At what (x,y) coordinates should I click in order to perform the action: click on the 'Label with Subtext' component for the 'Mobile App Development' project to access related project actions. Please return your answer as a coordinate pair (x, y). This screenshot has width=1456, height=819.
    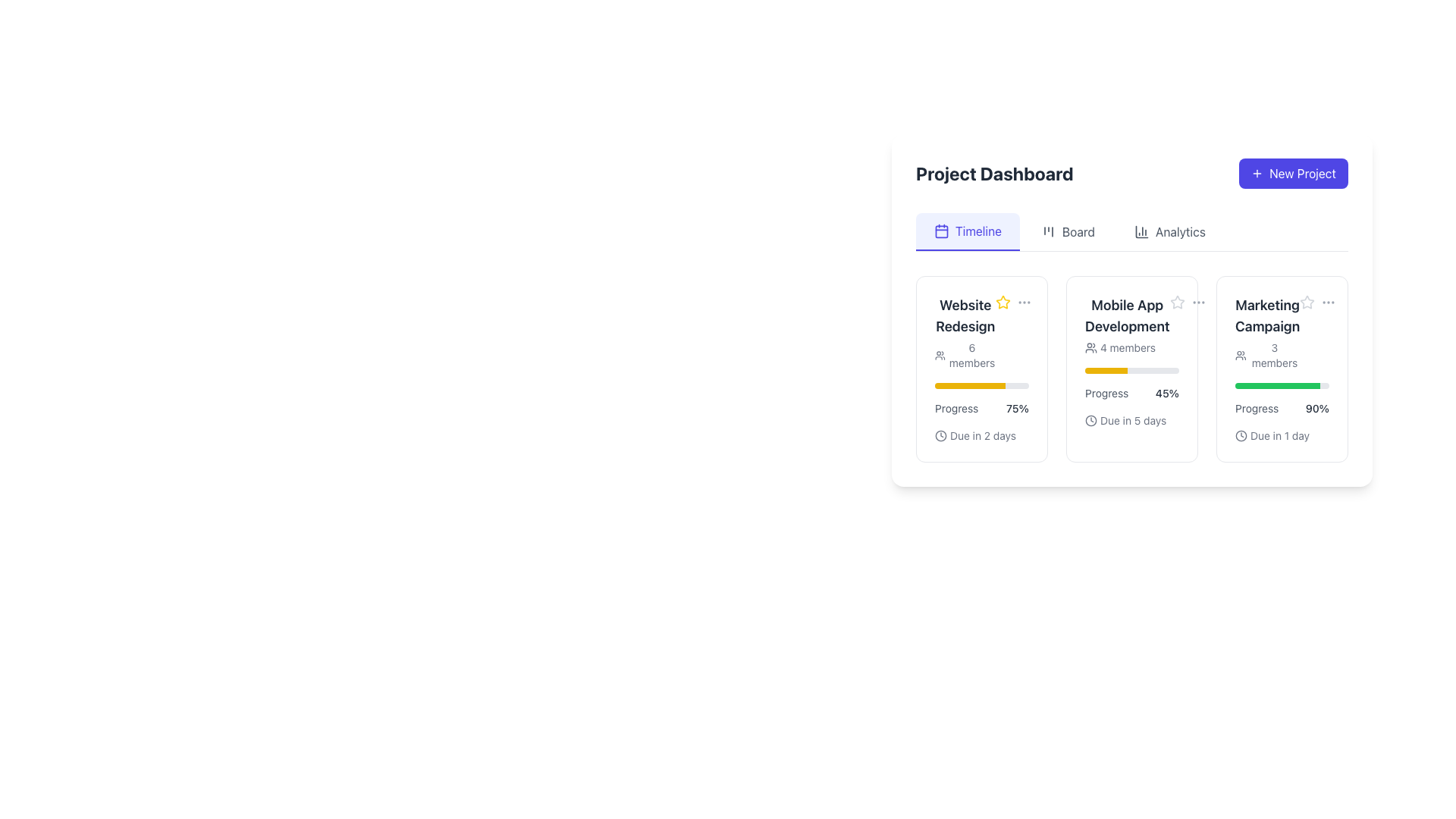
    Looking at the image, I should click on (1127, 324).